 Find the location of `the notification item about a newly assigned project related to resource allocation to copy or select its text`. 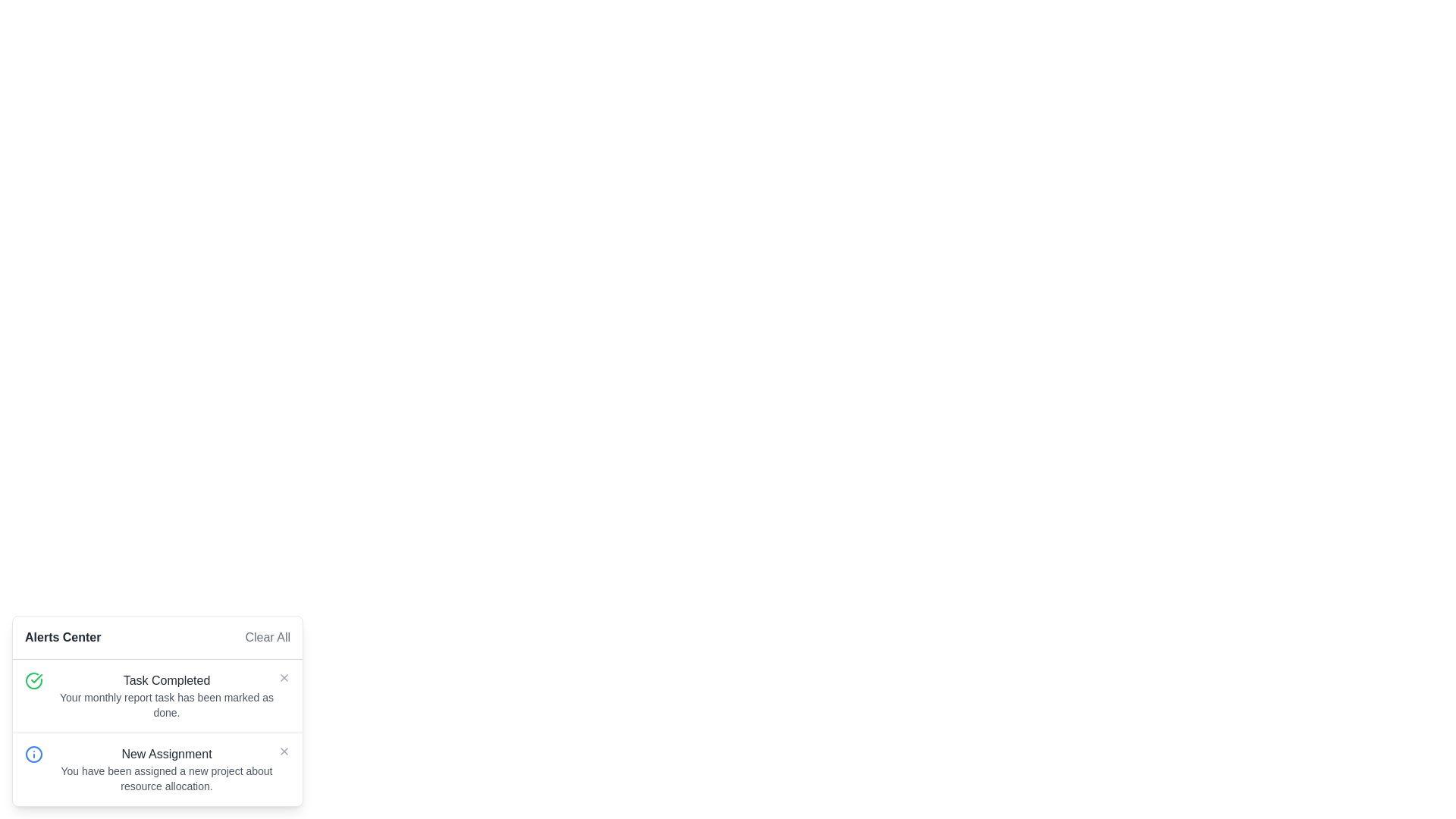

the notification item about a newly assigned project related to resource allocation to copy or select its text is located at coordinates (157, 769).